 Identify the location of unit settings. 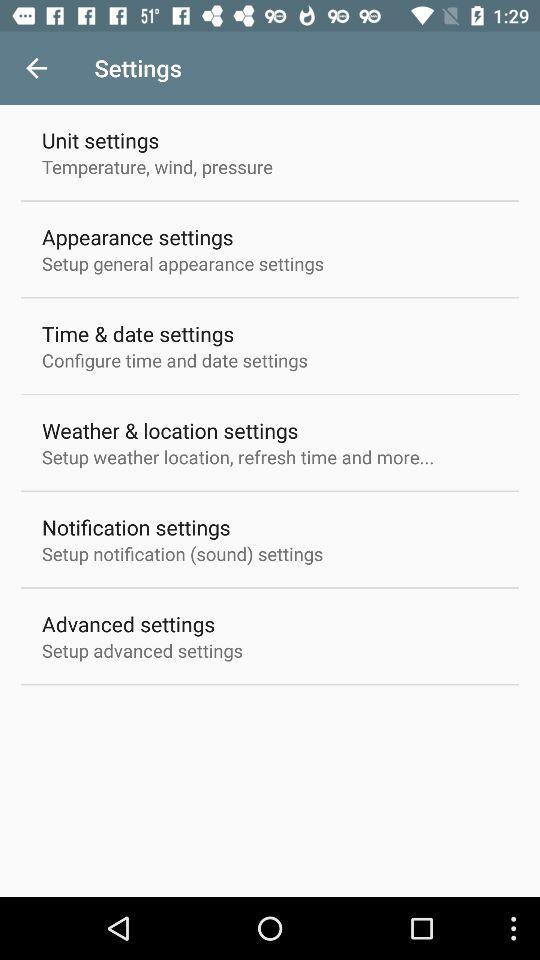
(99, 139).